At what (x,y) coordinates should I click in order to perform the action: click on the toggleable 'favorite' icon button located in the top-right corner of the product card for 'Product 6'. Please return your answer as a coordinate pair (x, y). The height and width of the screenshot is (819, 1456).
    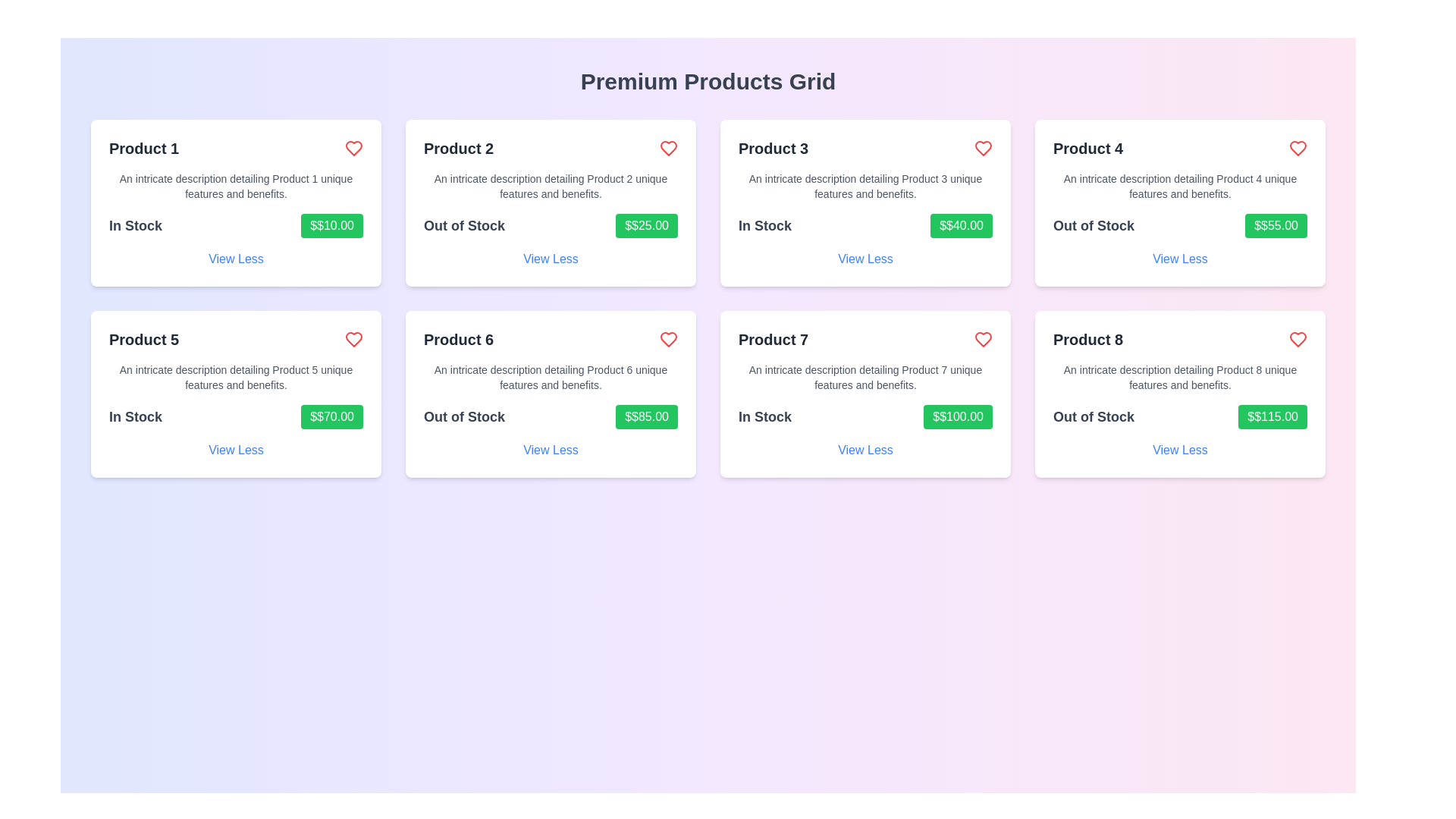
    Looking at the image, I should click on (668, 338).